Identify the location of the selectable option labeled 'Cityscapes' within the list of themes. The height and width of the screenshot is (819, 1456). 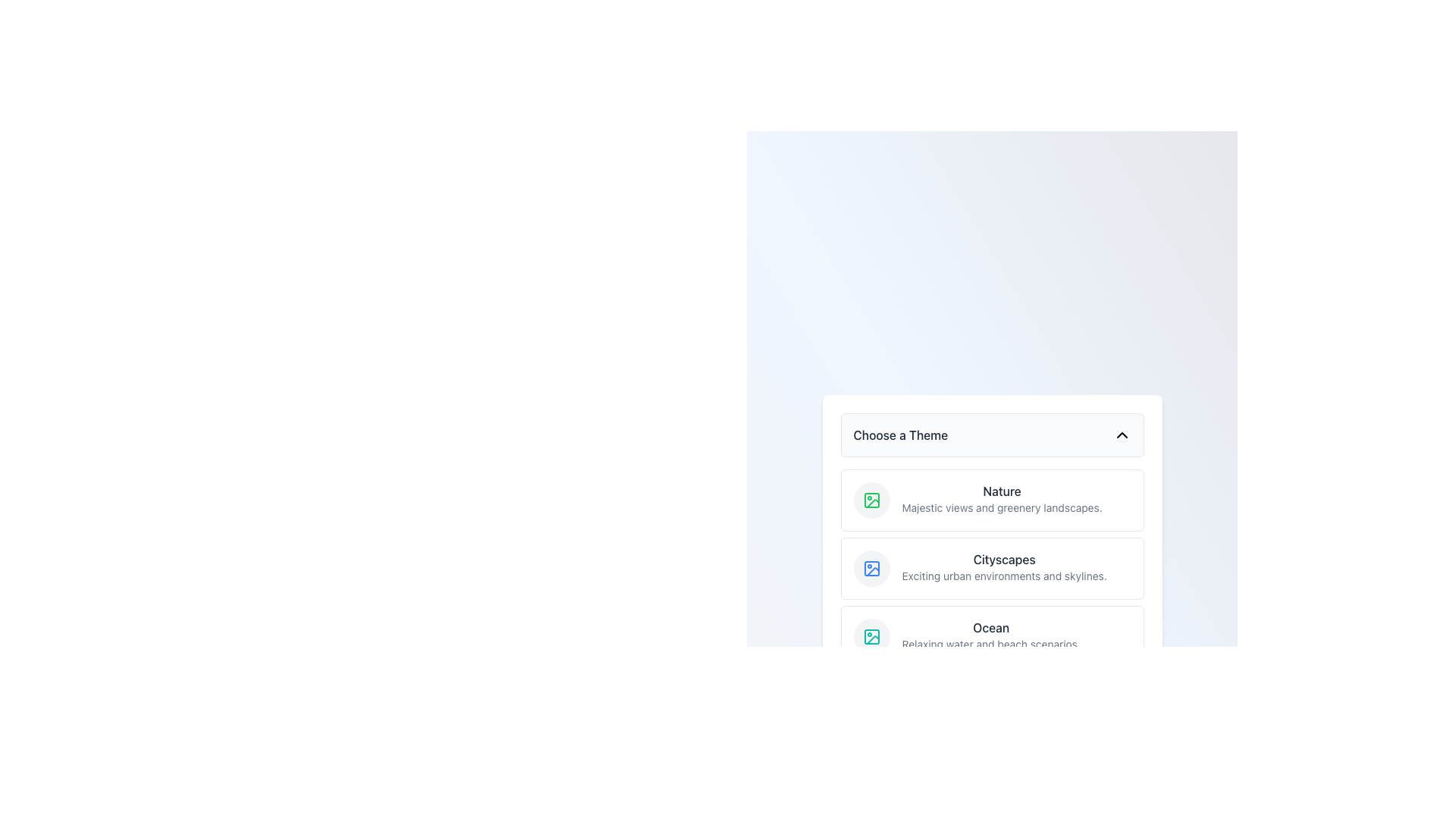
(992, 568).